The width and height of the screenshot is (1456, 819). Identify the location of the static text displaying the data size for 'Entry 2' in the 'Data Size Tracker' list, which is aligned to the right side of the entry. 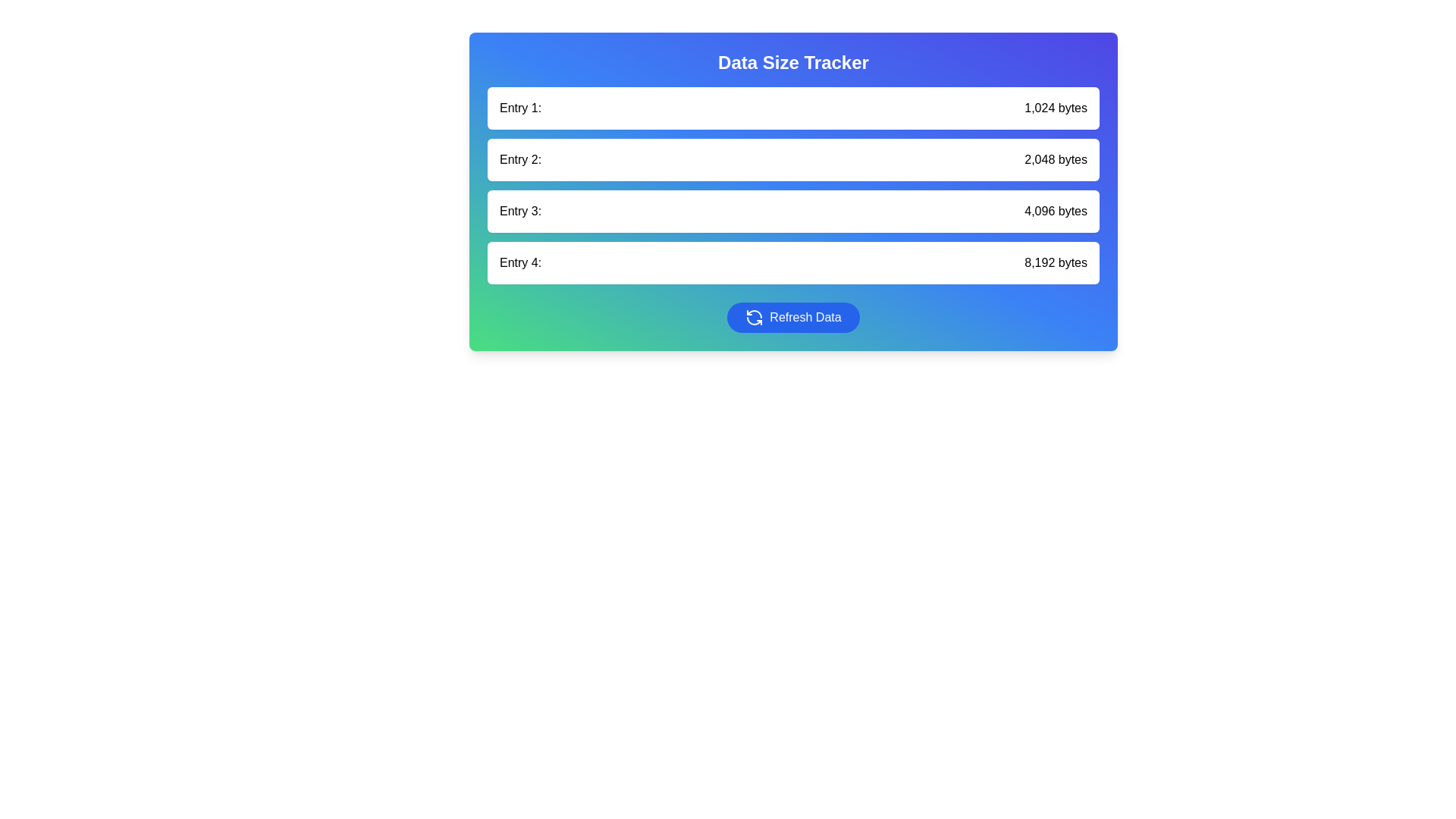
(1055, 160).